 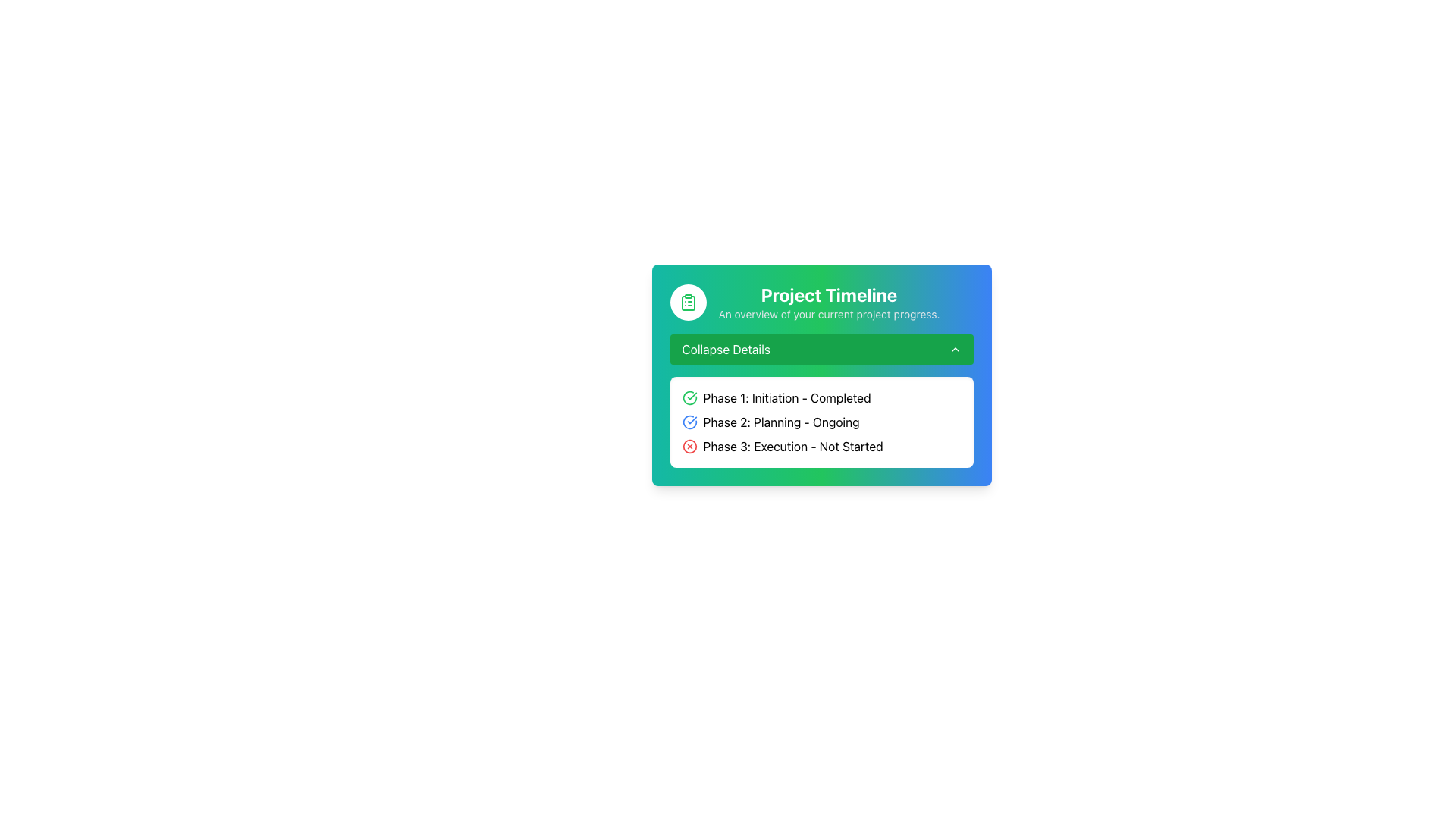 I want to click on the text element stating 'Phase 3: Execution - Not Started' with a red icon to its left, which indicates a negative or incomplete status in the 'Project Timeline' list, so click(x=821, y=446).